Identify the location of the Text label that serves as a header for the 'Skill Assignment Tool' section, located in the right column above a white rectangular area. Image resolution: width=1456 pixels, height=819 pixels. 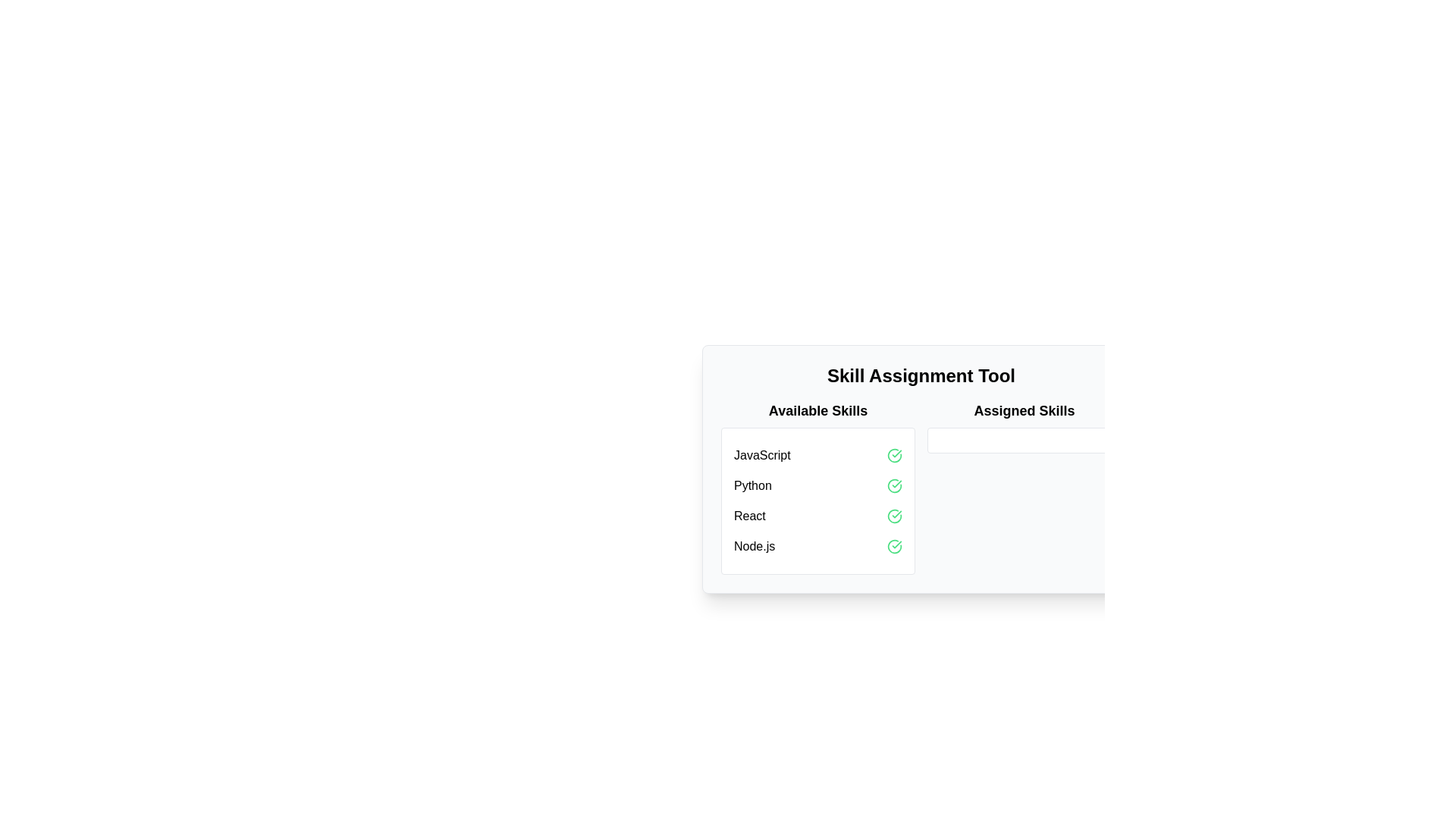
(1024, 411).